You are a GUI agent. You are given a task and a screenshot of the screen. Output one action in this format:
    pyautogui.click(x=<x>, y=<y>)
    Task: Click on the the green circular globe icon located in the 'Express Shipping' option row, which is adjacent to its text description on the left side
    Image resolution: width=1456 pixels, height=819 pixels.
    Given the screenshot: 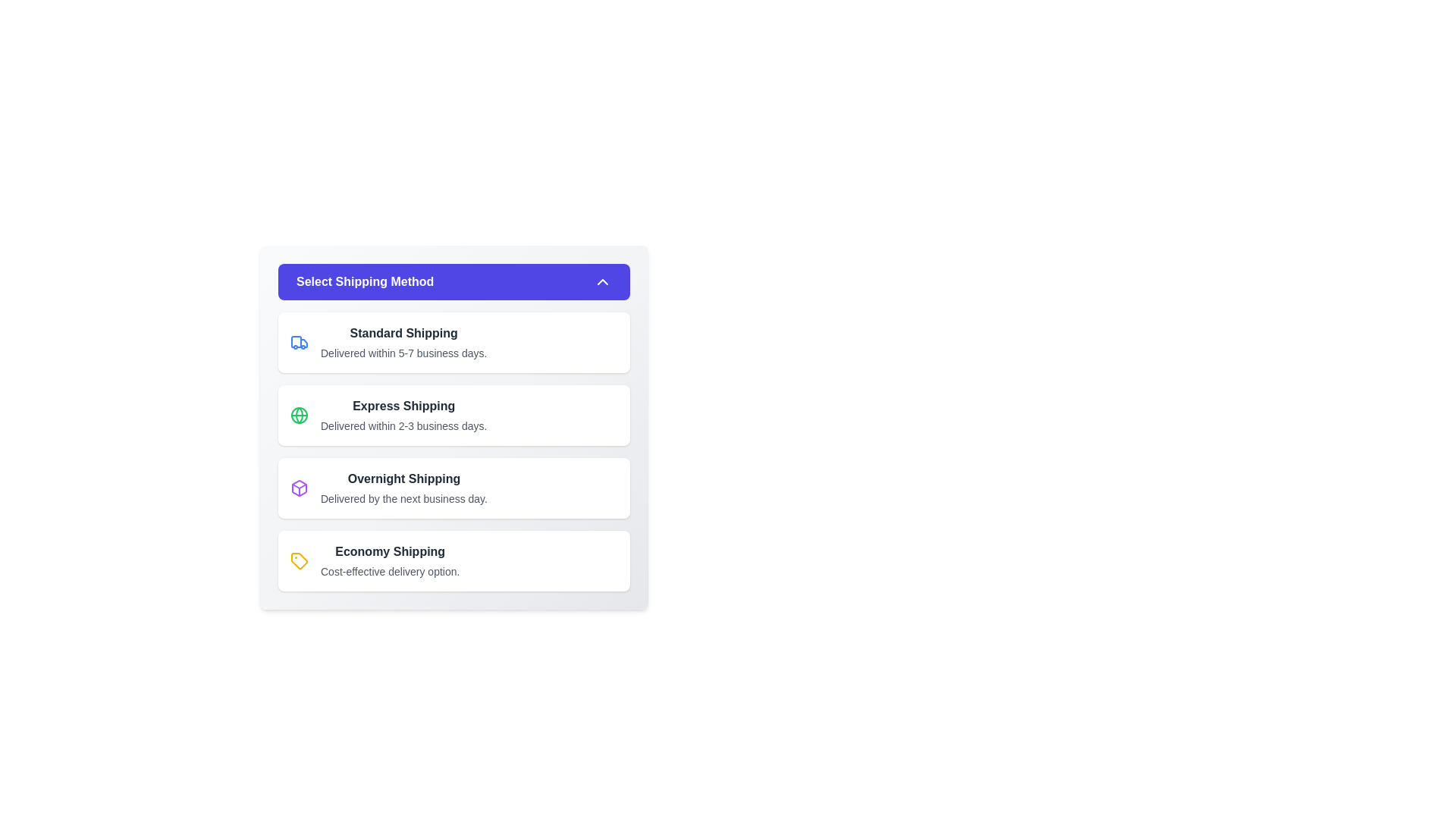 What is the action you would take?
    pyautogui.click(x=299, y=415)
    